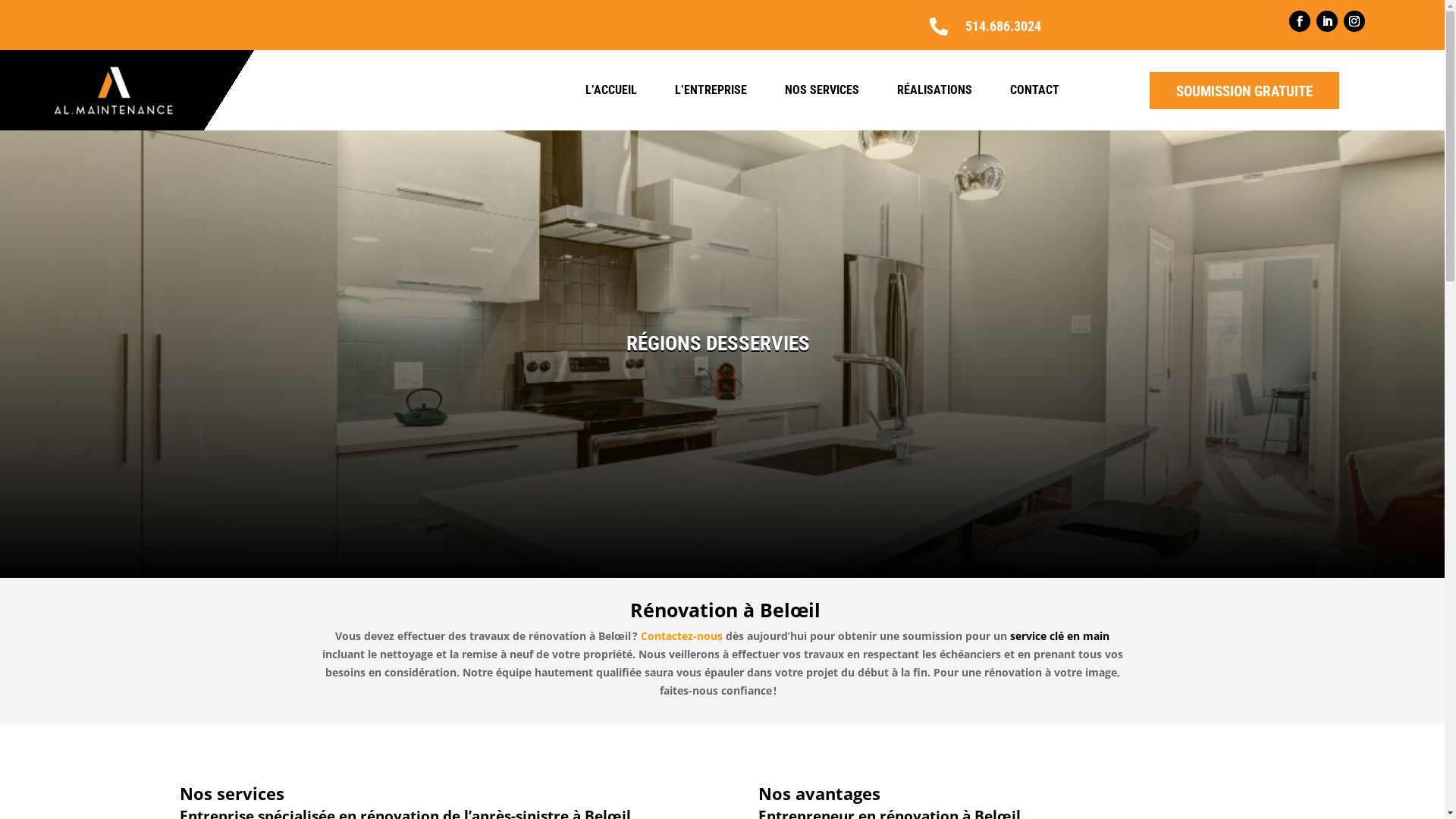  I want to click on 'Suivez sur Facebook', so click(1288, 20).